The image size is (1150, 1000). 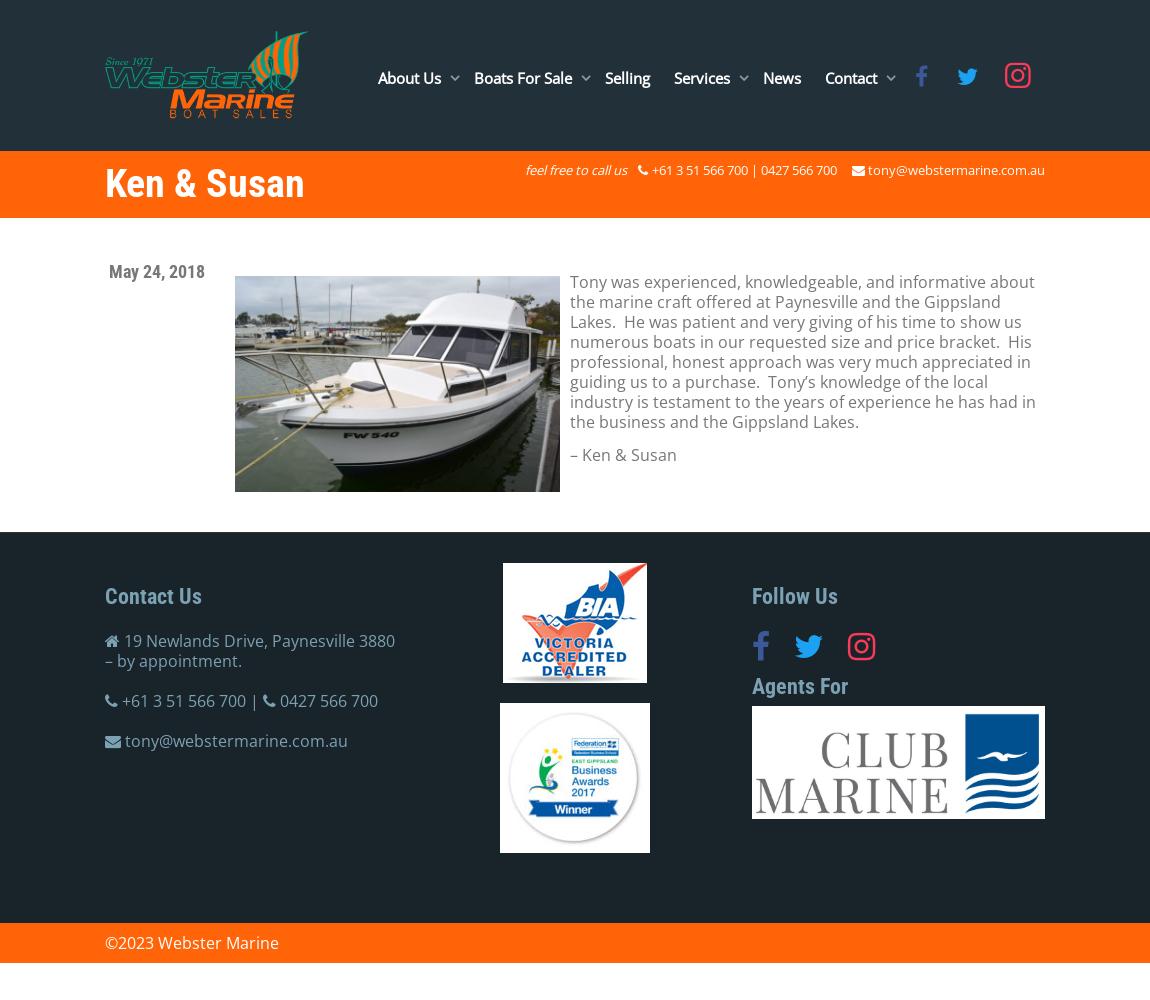 What do you see at coordinates (191, 942) in the screenshot?
I see `'©2023 Webster Marine'` at bounding box center [191, 942].